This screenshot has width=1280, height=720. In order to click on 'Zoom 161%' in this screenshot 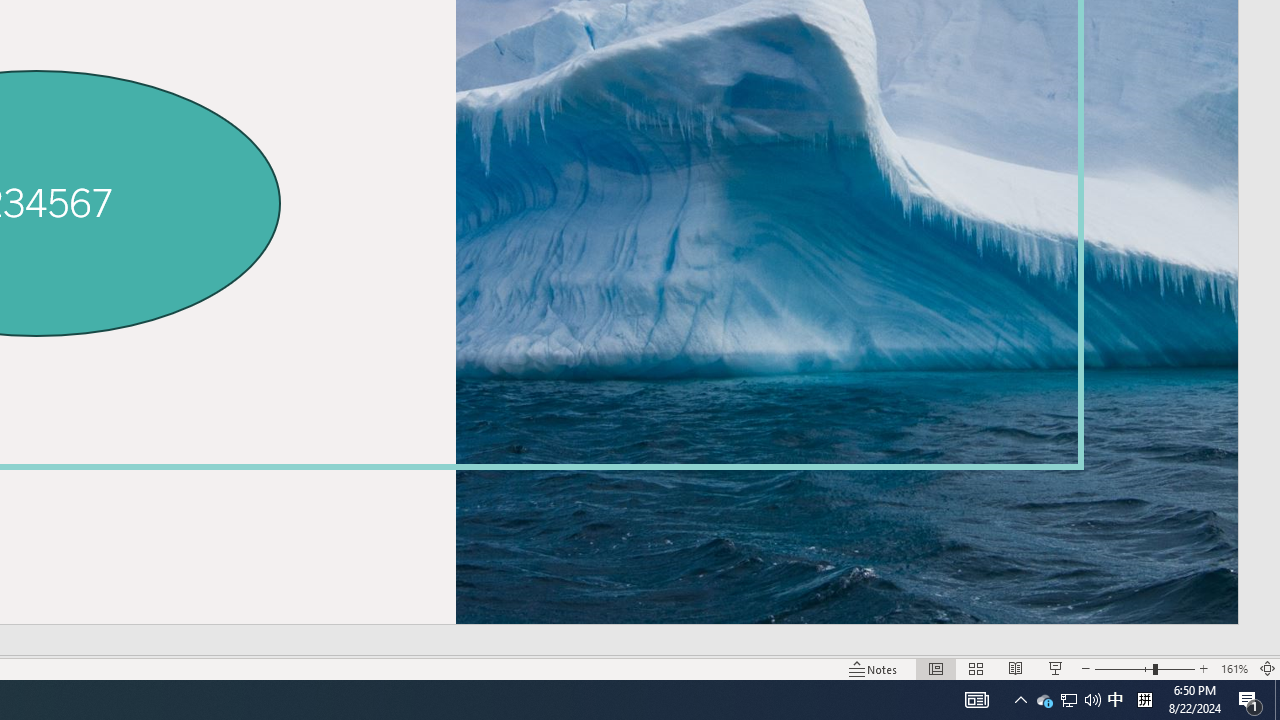, I will do `click(1233, 669)`.